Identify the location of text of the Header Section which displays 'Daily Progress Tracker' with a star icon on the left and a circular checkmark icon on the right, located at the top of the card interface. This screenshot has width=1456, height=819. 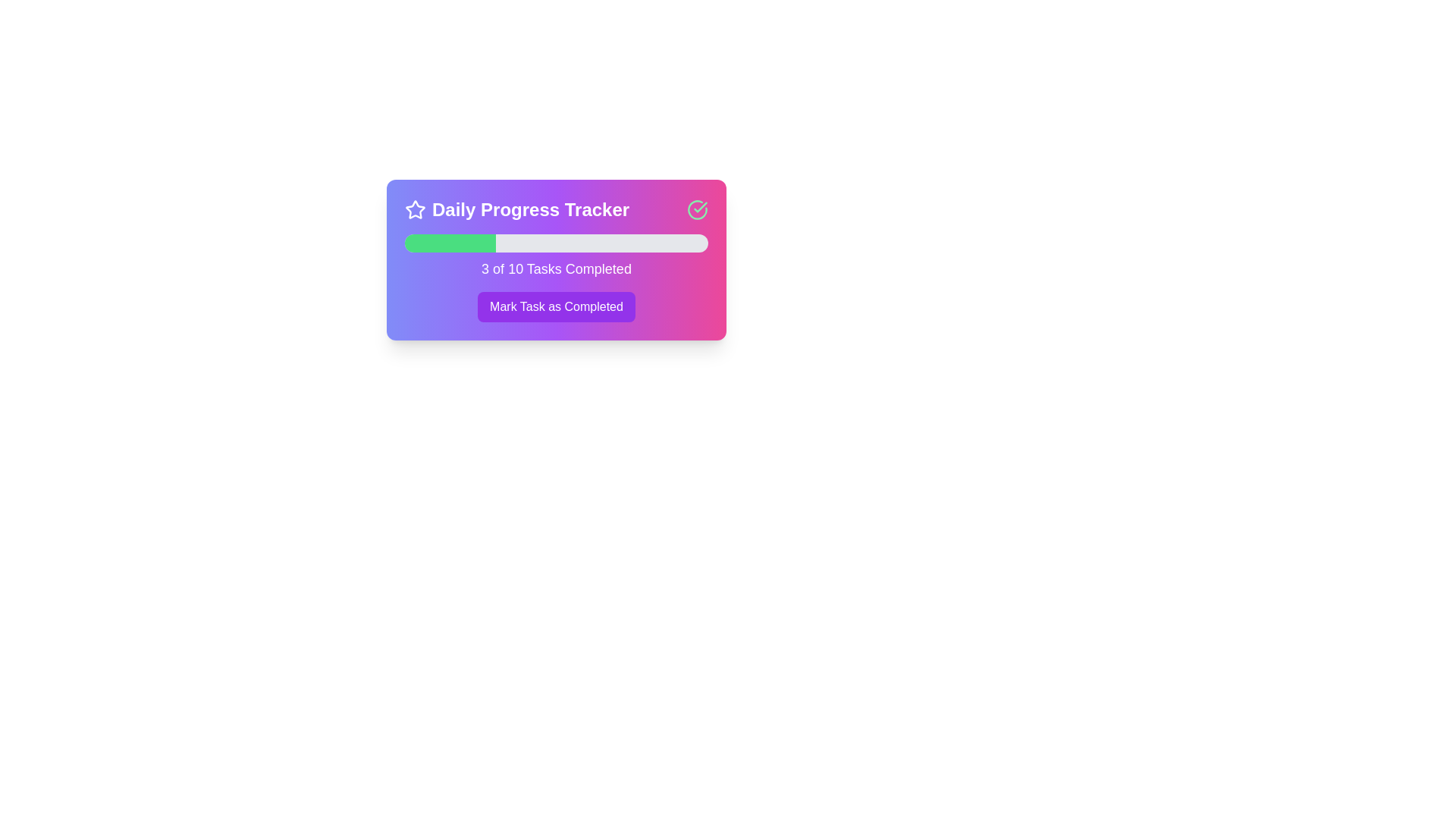
(556, 210).